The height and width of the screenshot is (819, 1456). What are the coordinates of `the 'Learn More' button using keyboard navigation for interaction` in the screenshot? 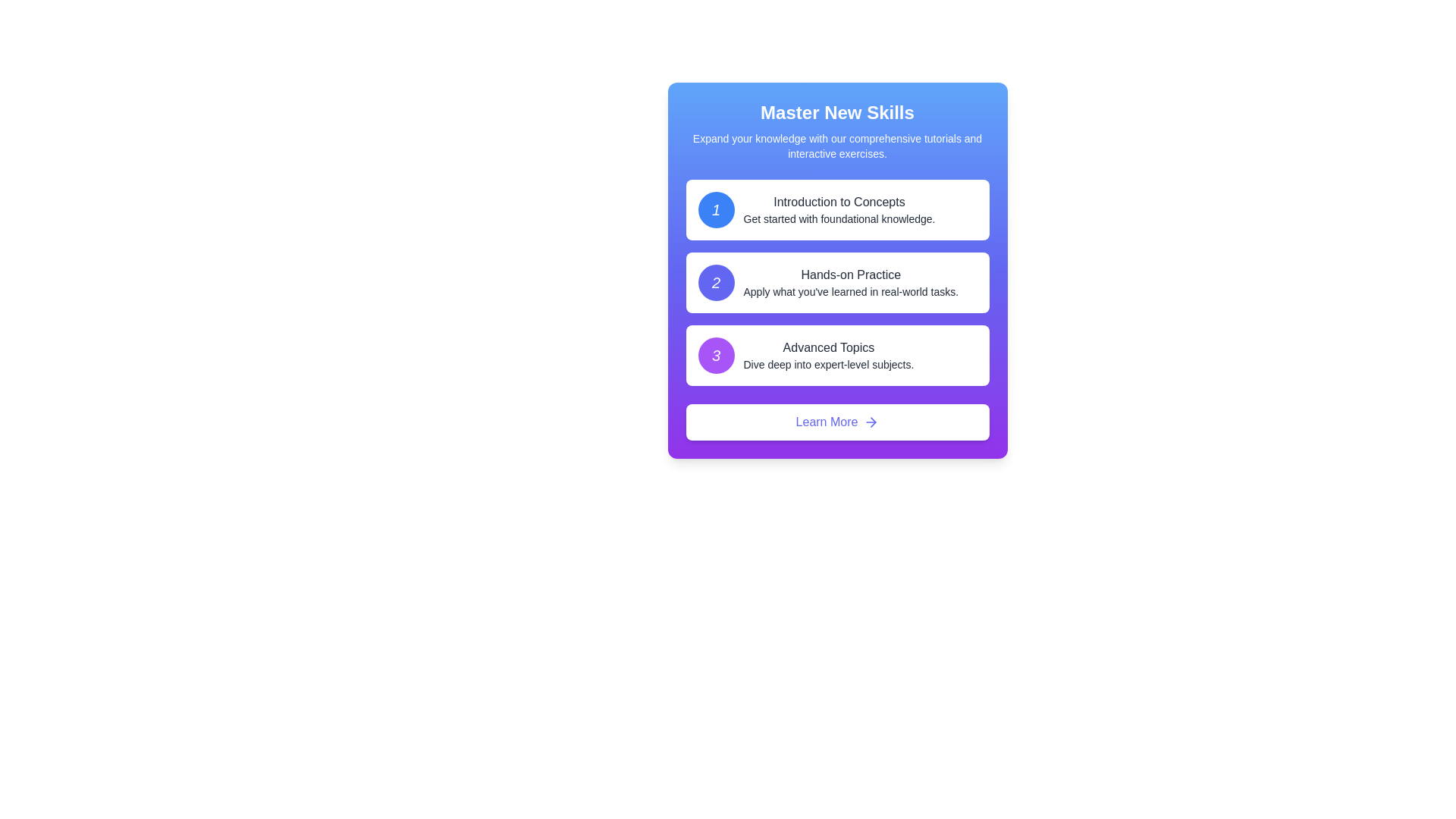 It's located at (836, 422).